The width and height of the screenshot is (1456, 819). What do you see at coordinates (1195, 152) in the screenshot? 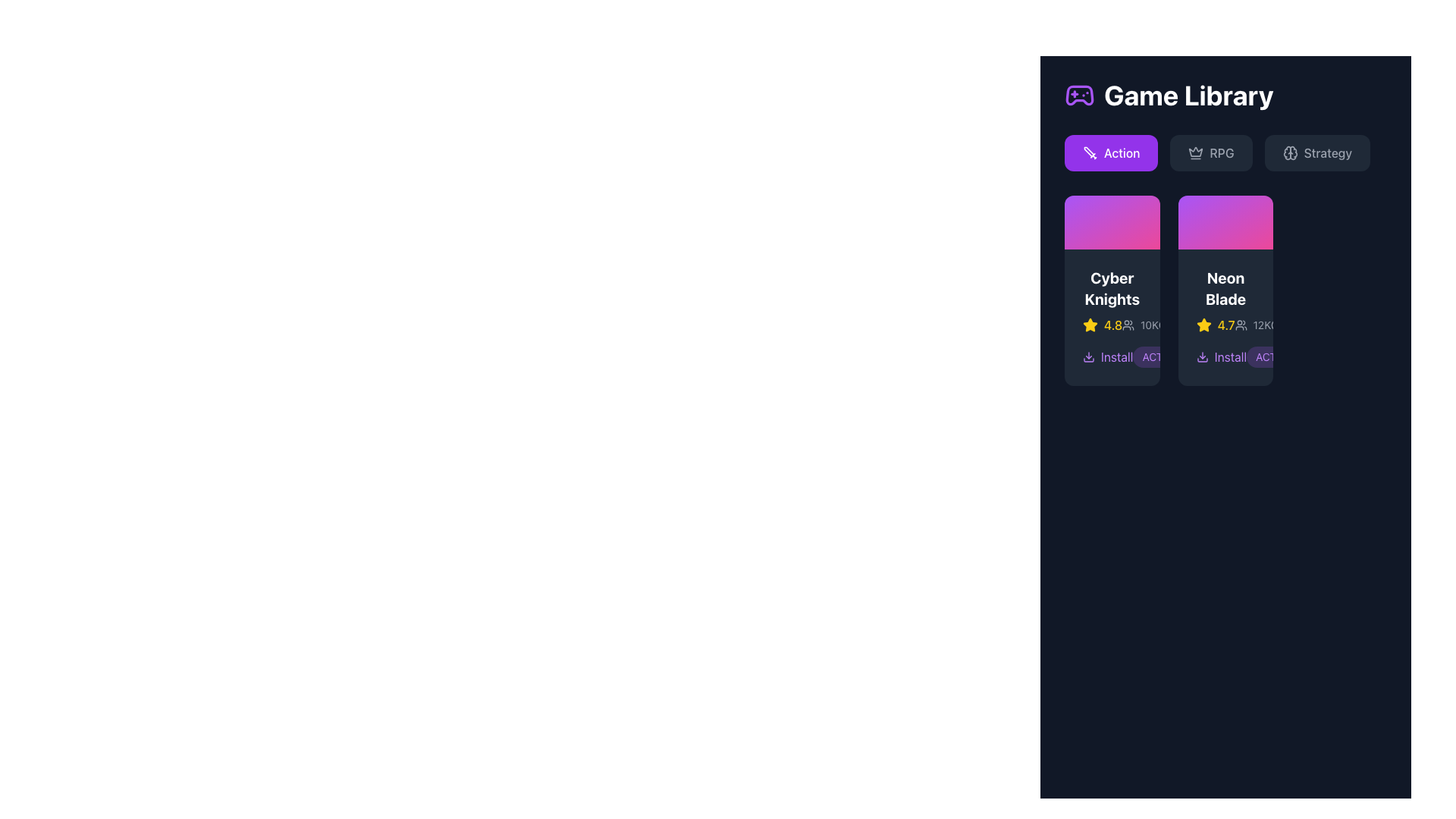
I see `the crown icon located to the left of the 'Game Library' text in the top-left area of the interface` at bounding box center [1195, 152].